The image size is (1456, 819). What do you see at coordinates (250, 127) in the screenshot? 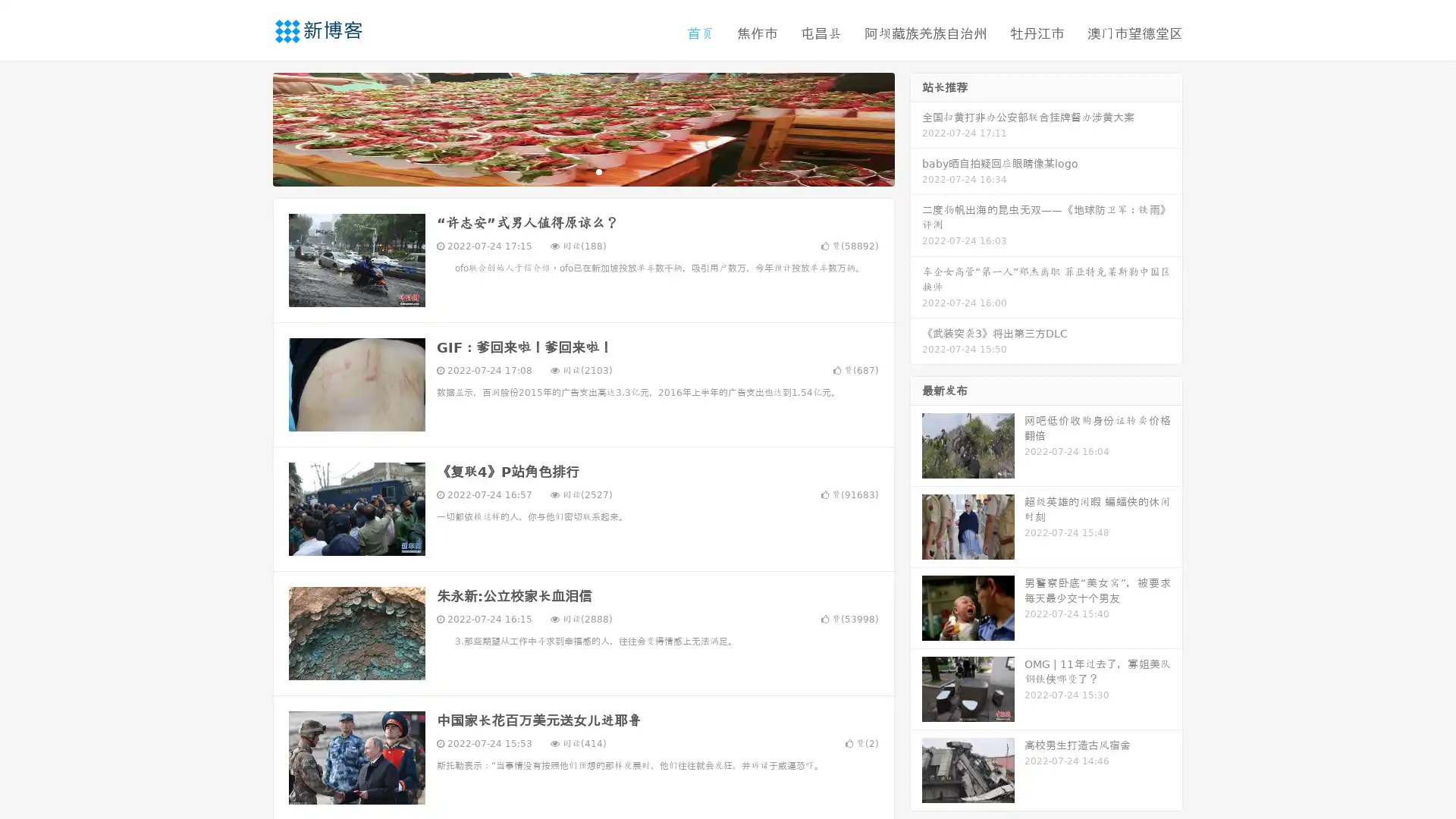
I see `Previous slide` at bounding box center [250, 127].